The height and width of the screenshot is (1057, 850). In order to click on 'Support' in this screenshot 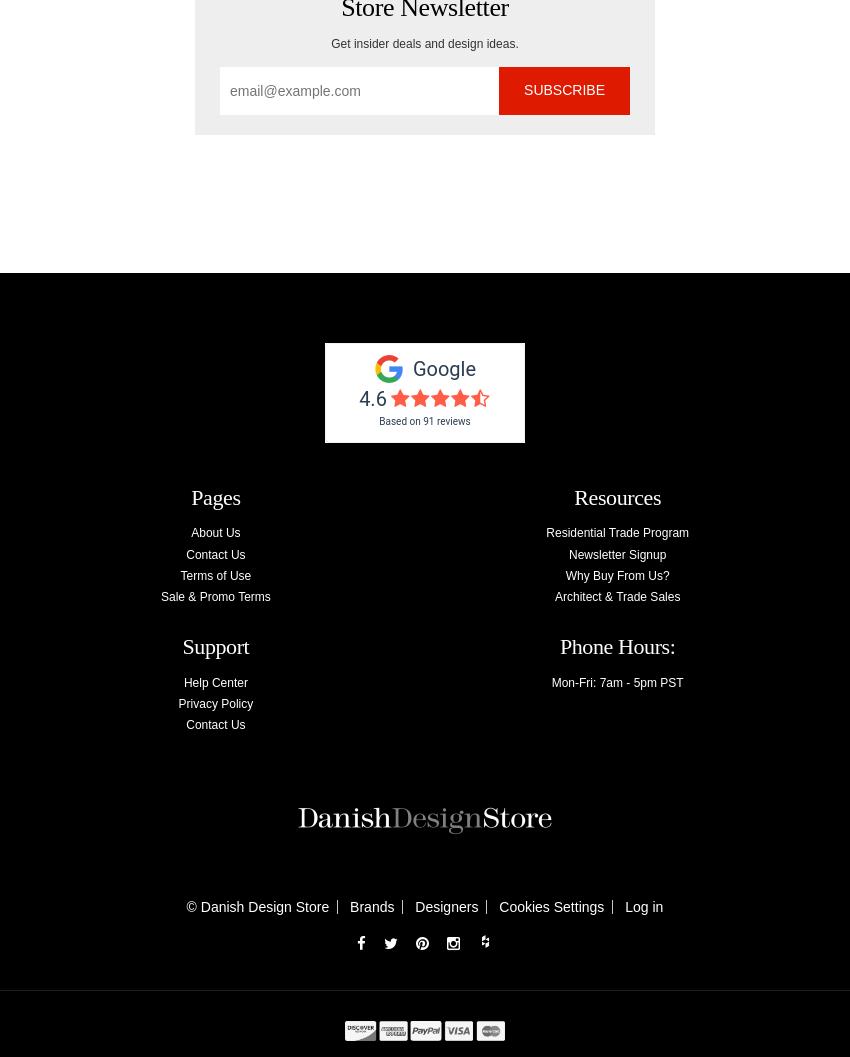, I will do `click(215, 646)`.